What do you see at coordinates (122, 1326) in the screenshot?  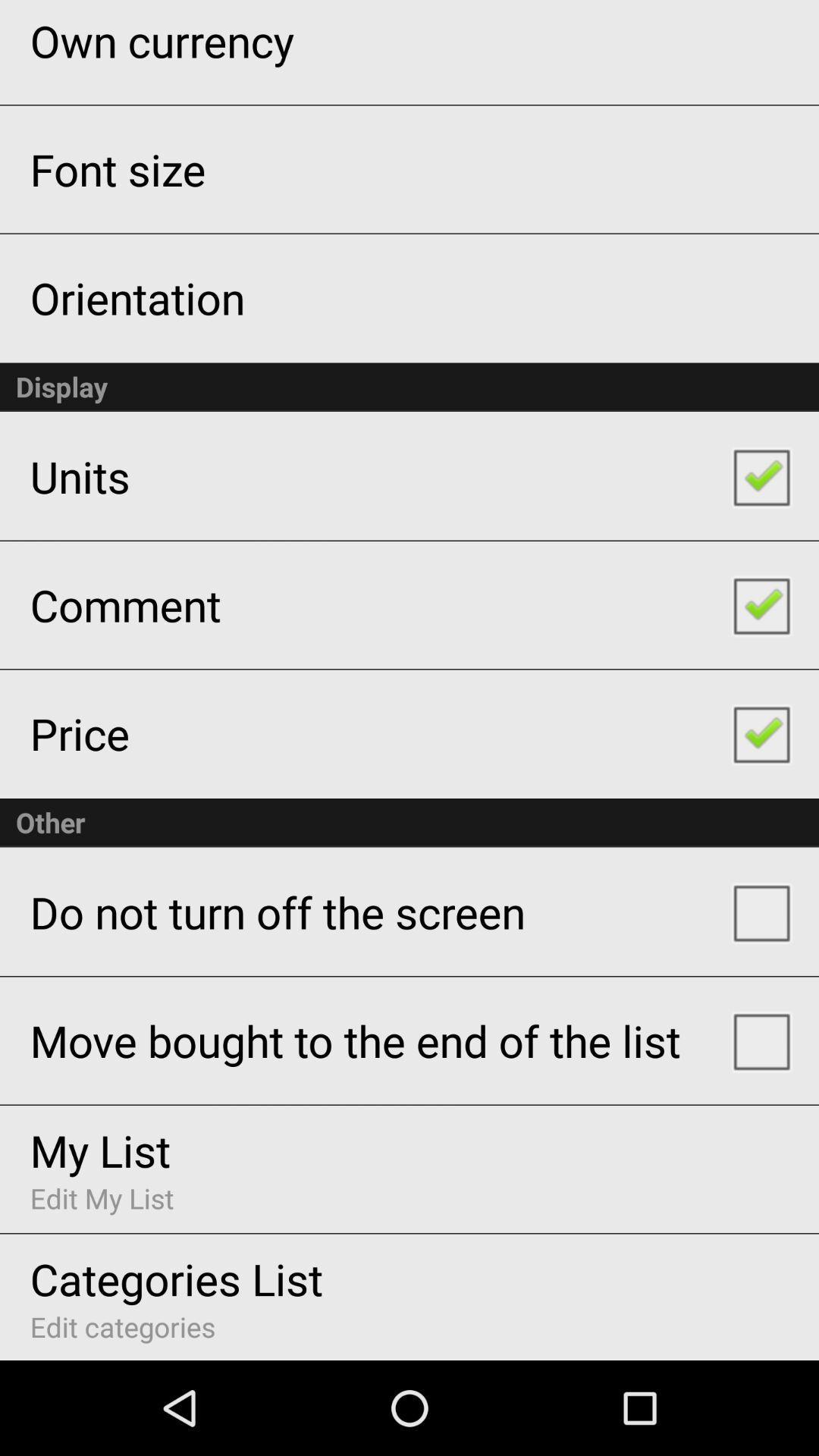 I see `the edit categories` at bounding box center [122, 1326].